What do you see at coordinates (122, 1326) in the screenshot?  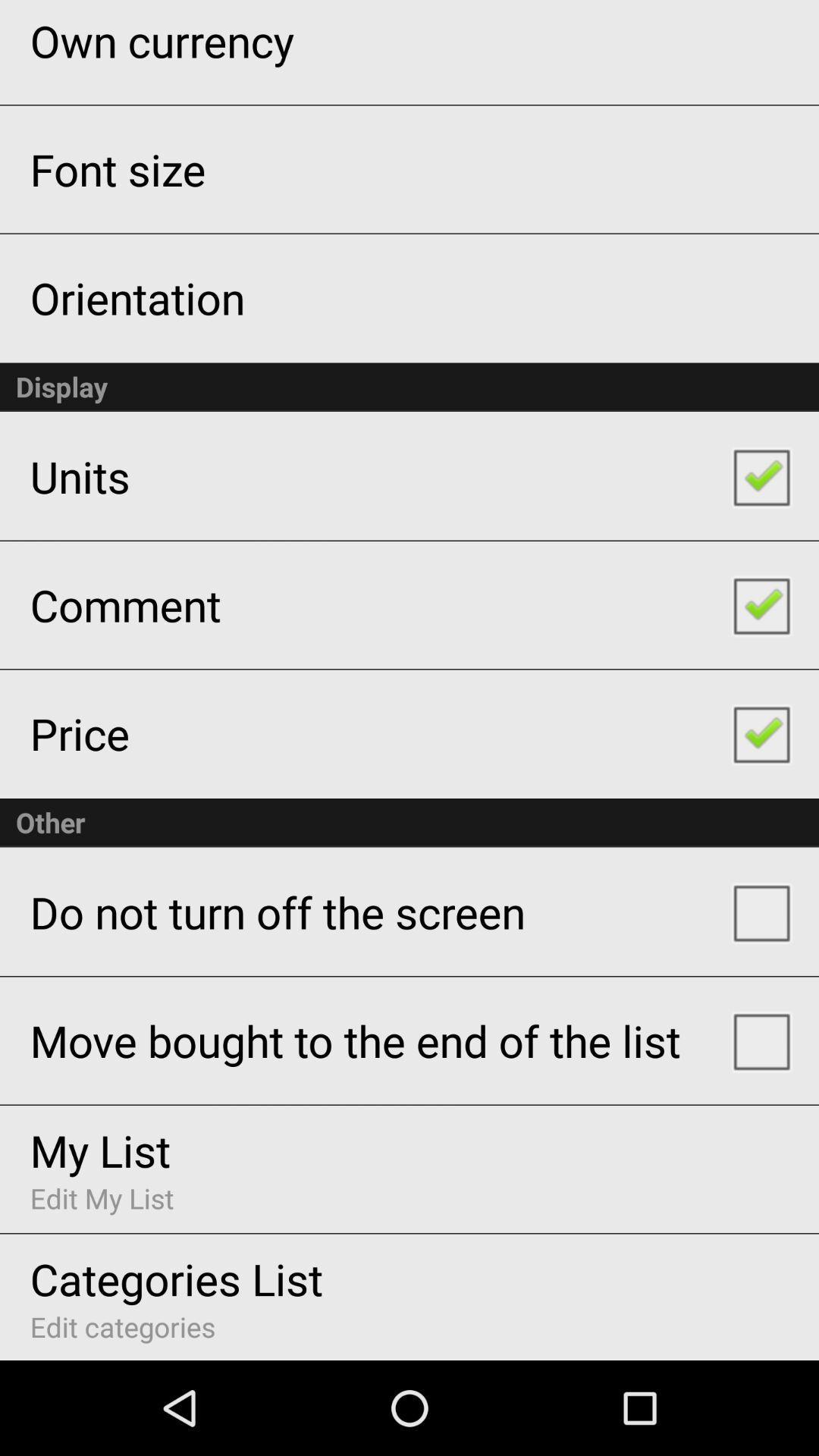 I see `the edit categories` at bounding box center [122, 1326].